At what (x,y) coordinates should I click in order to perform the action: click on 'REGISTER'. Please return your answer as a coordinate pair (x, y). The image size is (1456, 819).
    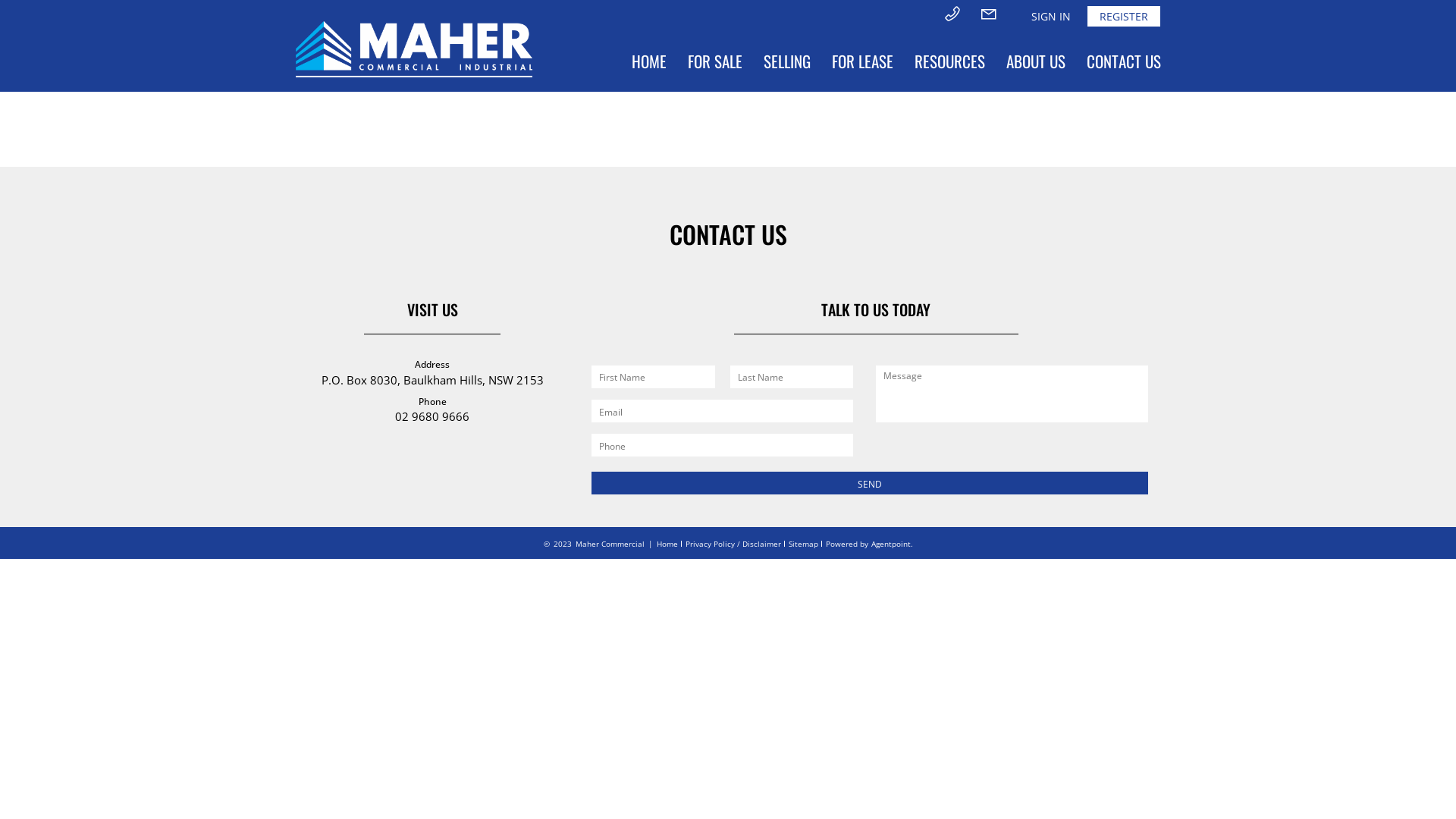
    Looking at the image, I should click on (1124, 16).